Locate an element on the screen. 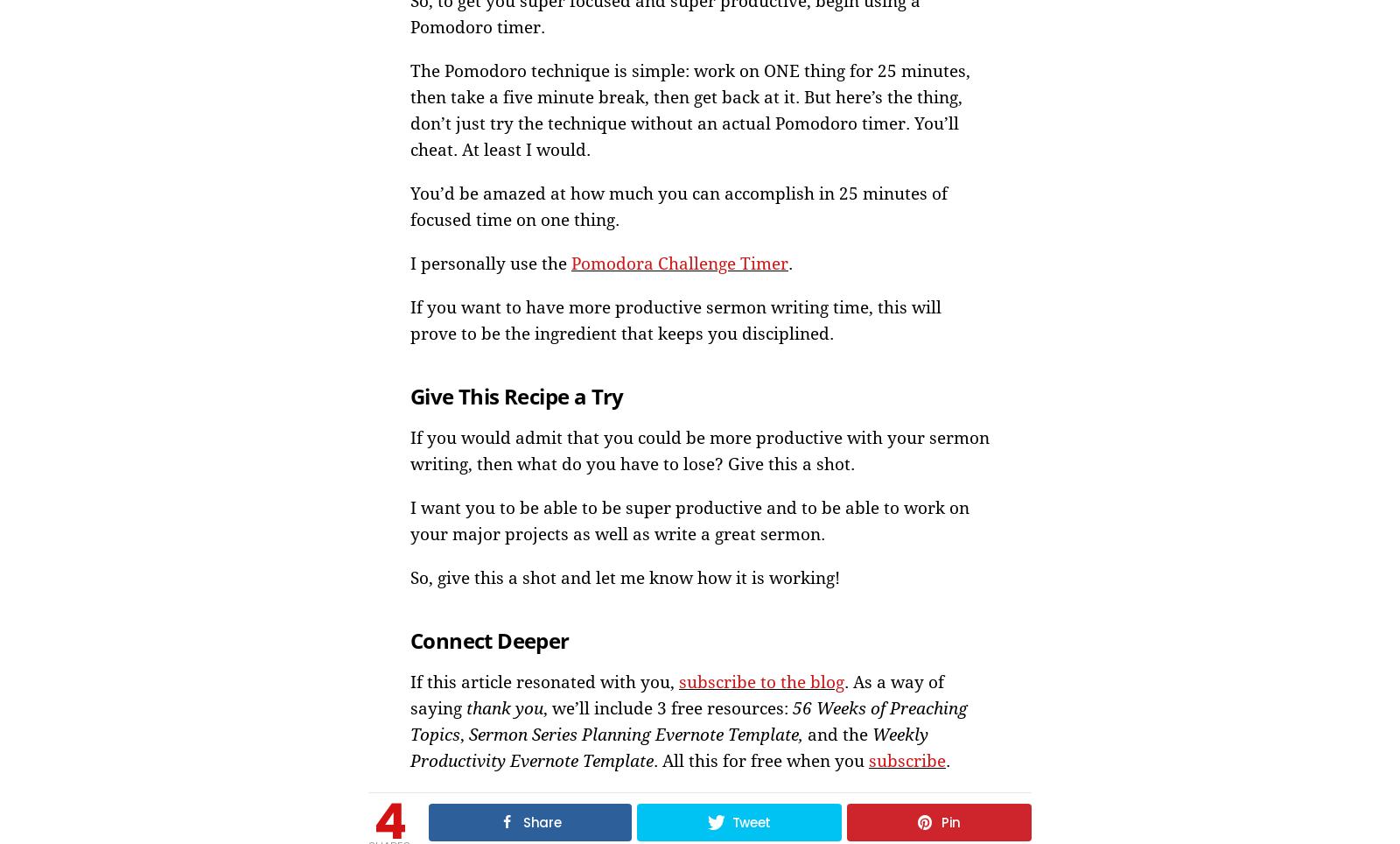  'I want you to be able to be super productive and to be able to work on your major projects as well as write a great sermon.' is located at coordinates (689, 519).